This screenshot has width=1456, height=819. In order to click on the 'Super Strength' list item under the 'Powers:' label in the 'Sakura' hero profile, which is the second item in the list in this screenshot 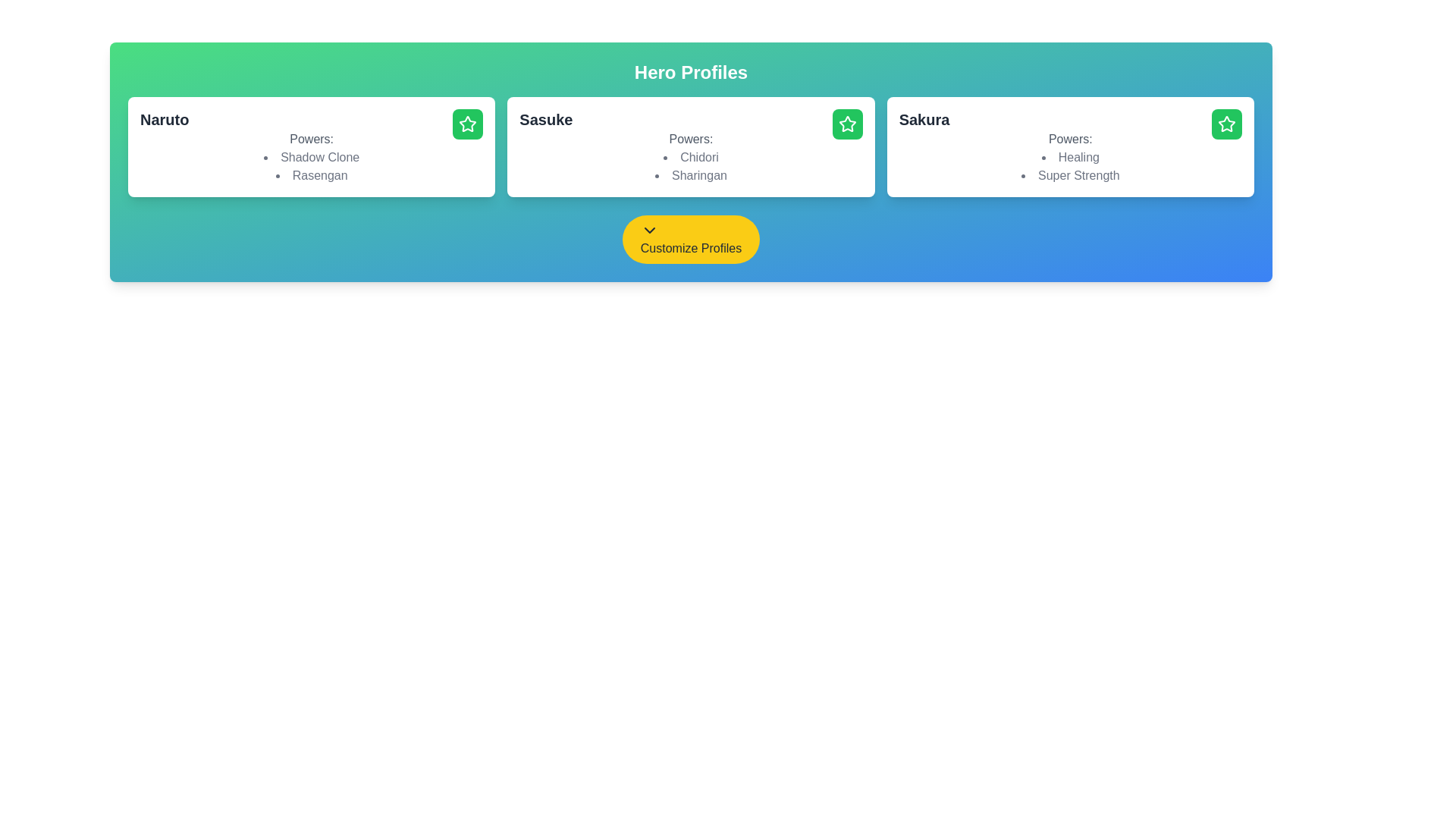, I will do `click(1069, 174)`.